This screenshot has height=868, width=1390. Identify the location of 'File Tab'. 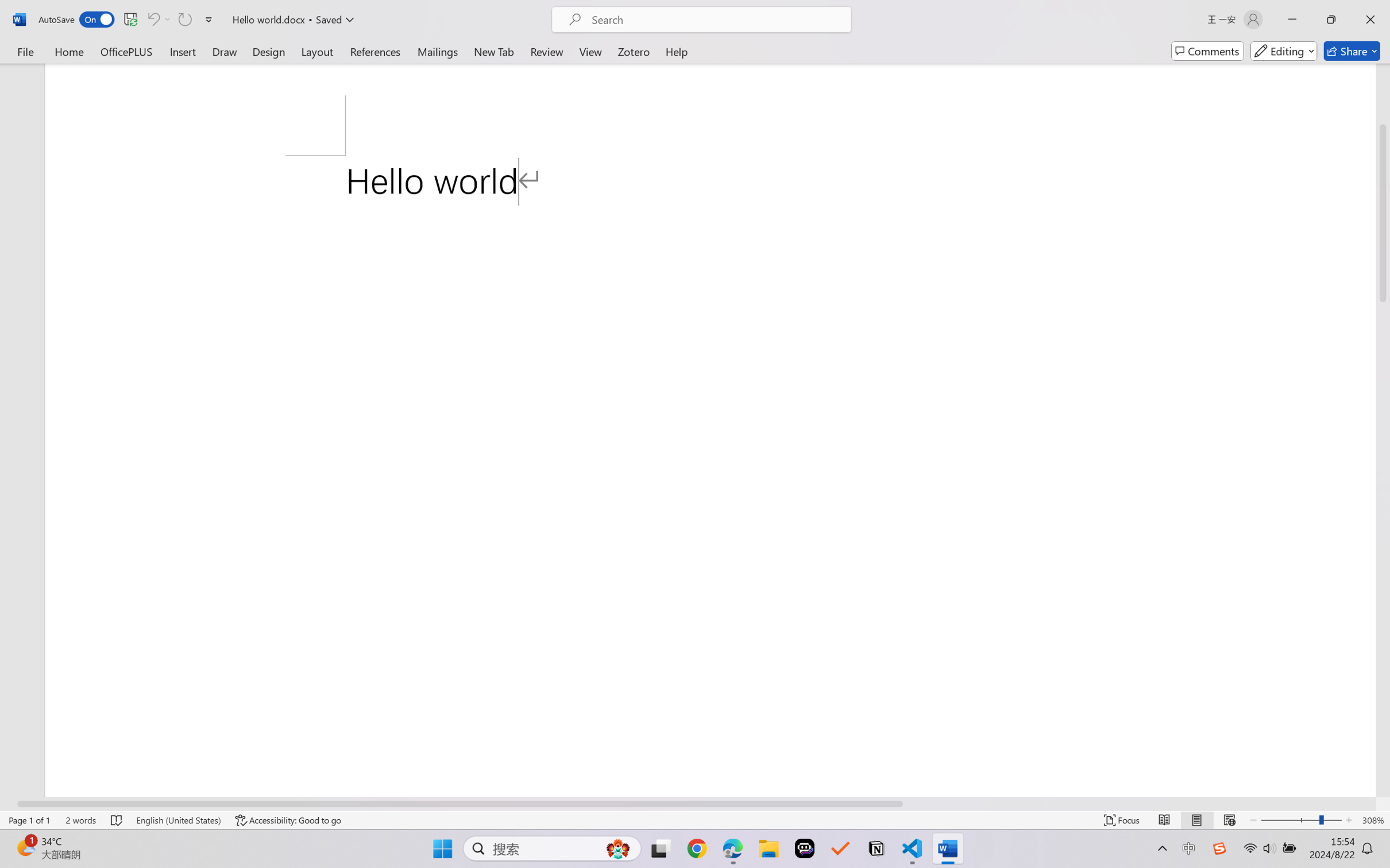
(25, 51).